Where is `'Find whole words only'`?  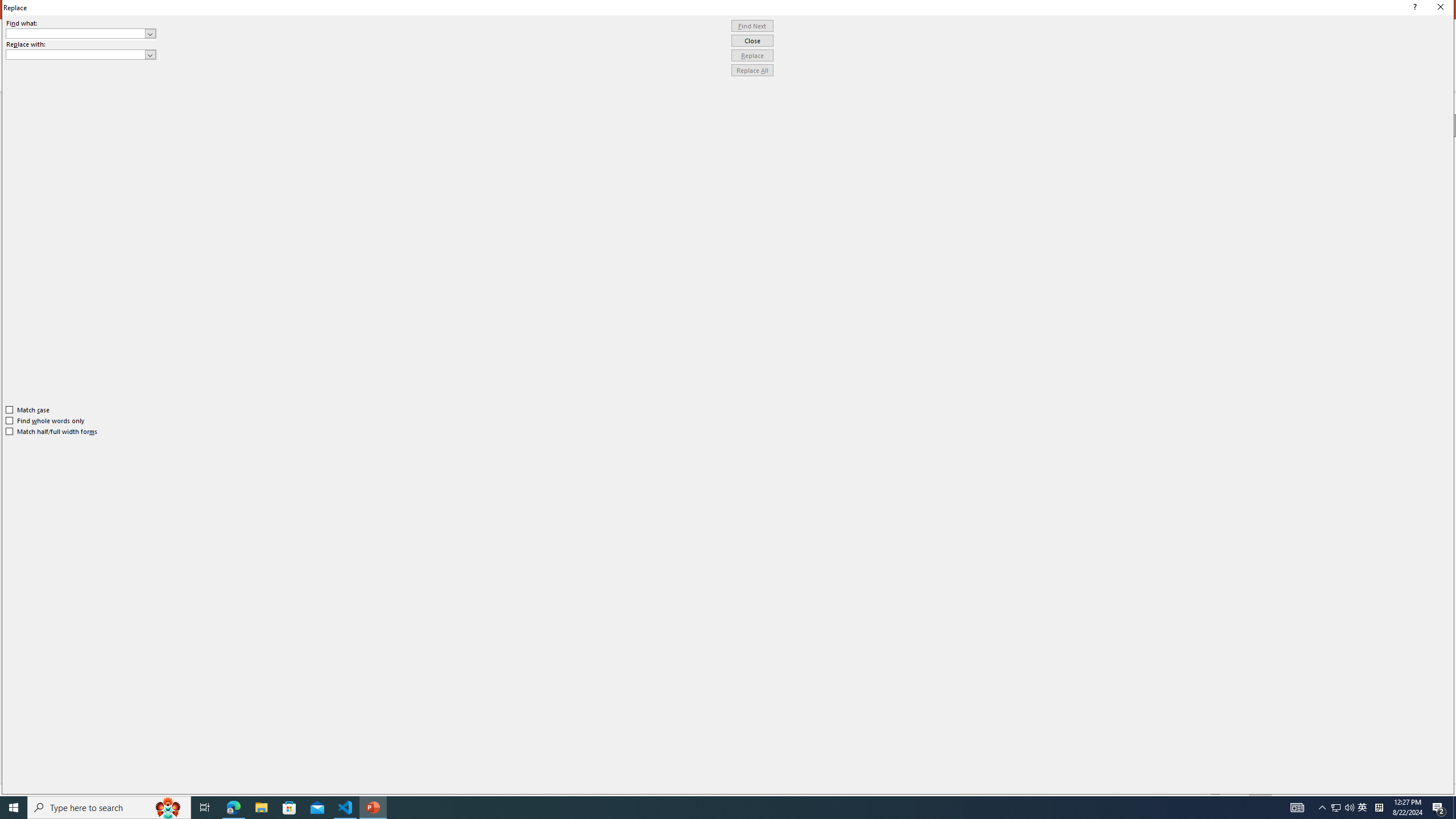 'Find whole words only' is located at coordinates (45, 420).